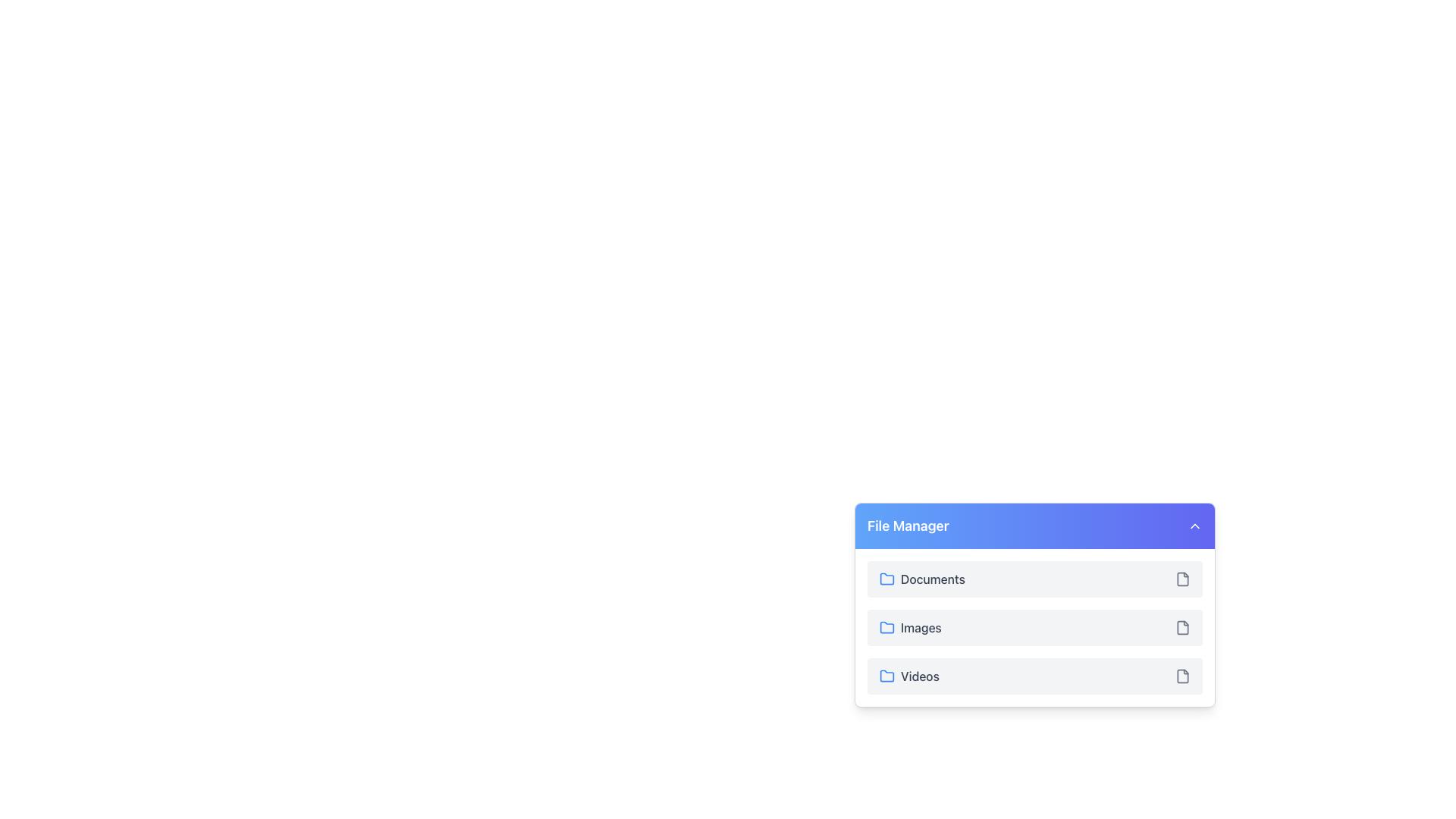  Describe the element at coordinates (921, 579) in the screenshot. I see `the 'Documents' button, which features a blue-outlined folder icon and bold gray text, located at the top of the options under the 'File Manager' header` at that location.